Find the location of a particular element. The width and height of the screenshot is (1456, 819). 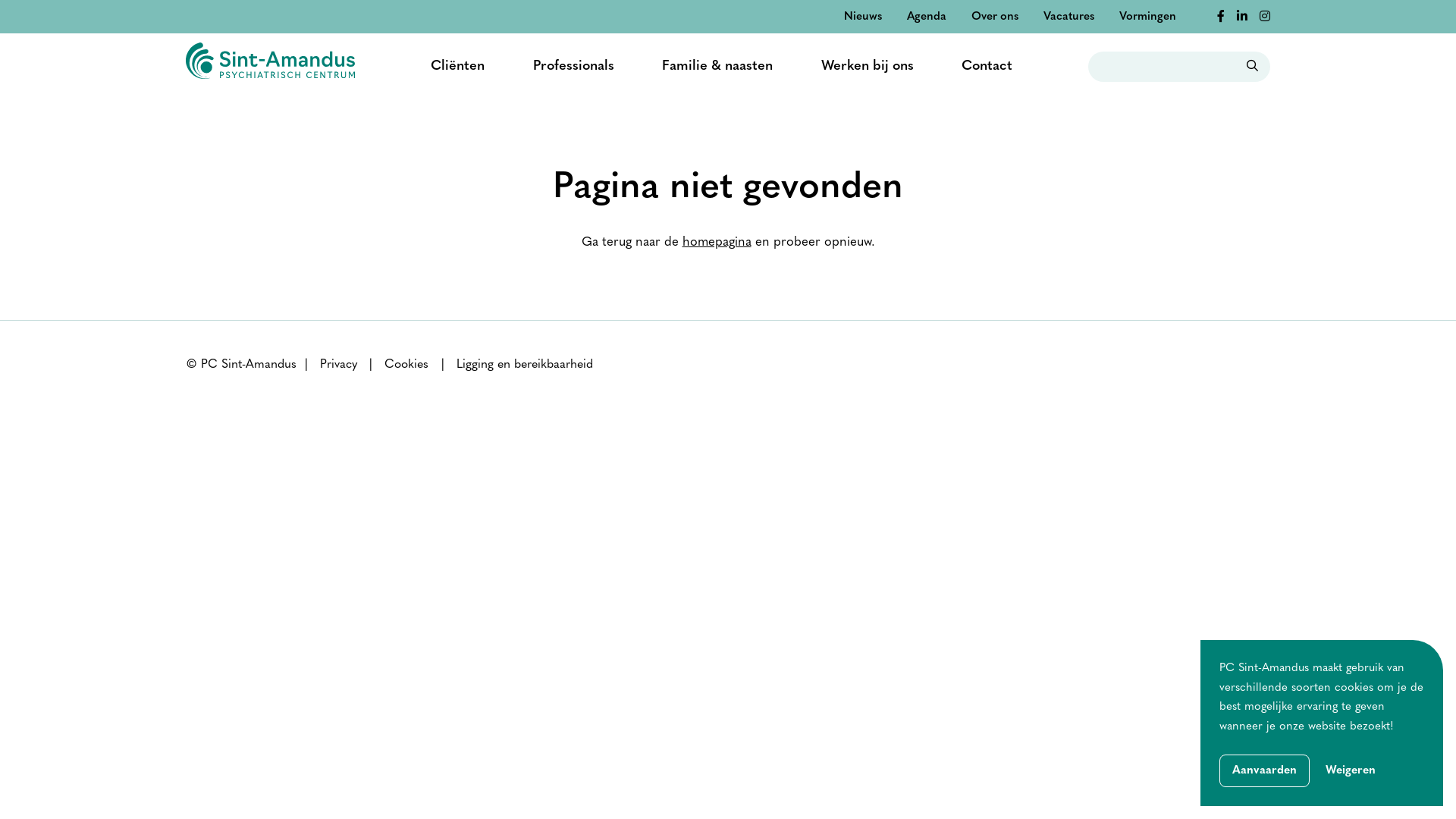

'homepagina' is located at coordinates (716, 241).